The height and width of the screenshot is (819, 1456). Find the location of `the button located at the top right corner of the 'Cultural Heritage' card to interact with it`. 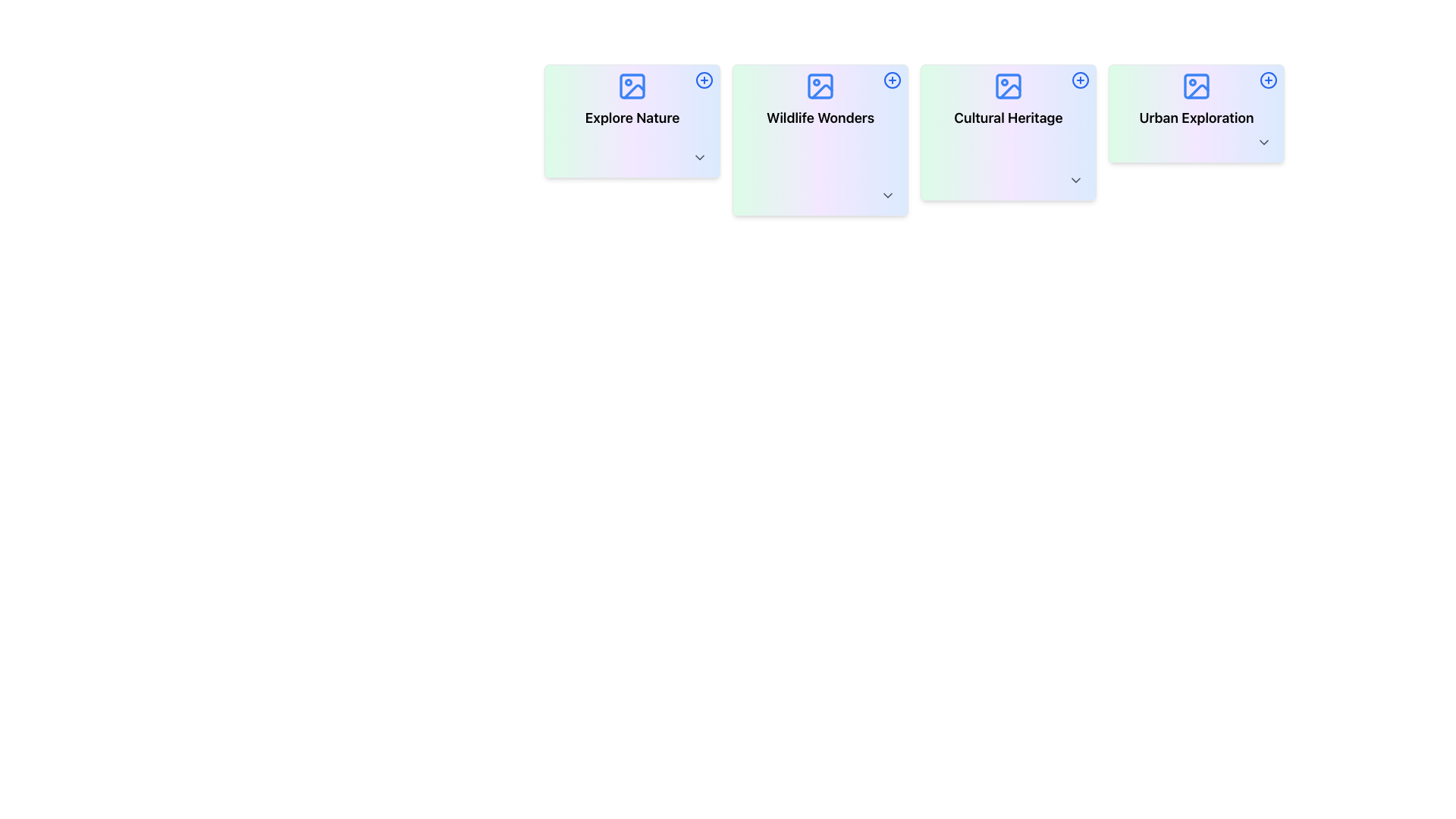

the button located at the top right corner of the 'Cultural Heritage' card to interact with it is located at coordinates (1080, 80).